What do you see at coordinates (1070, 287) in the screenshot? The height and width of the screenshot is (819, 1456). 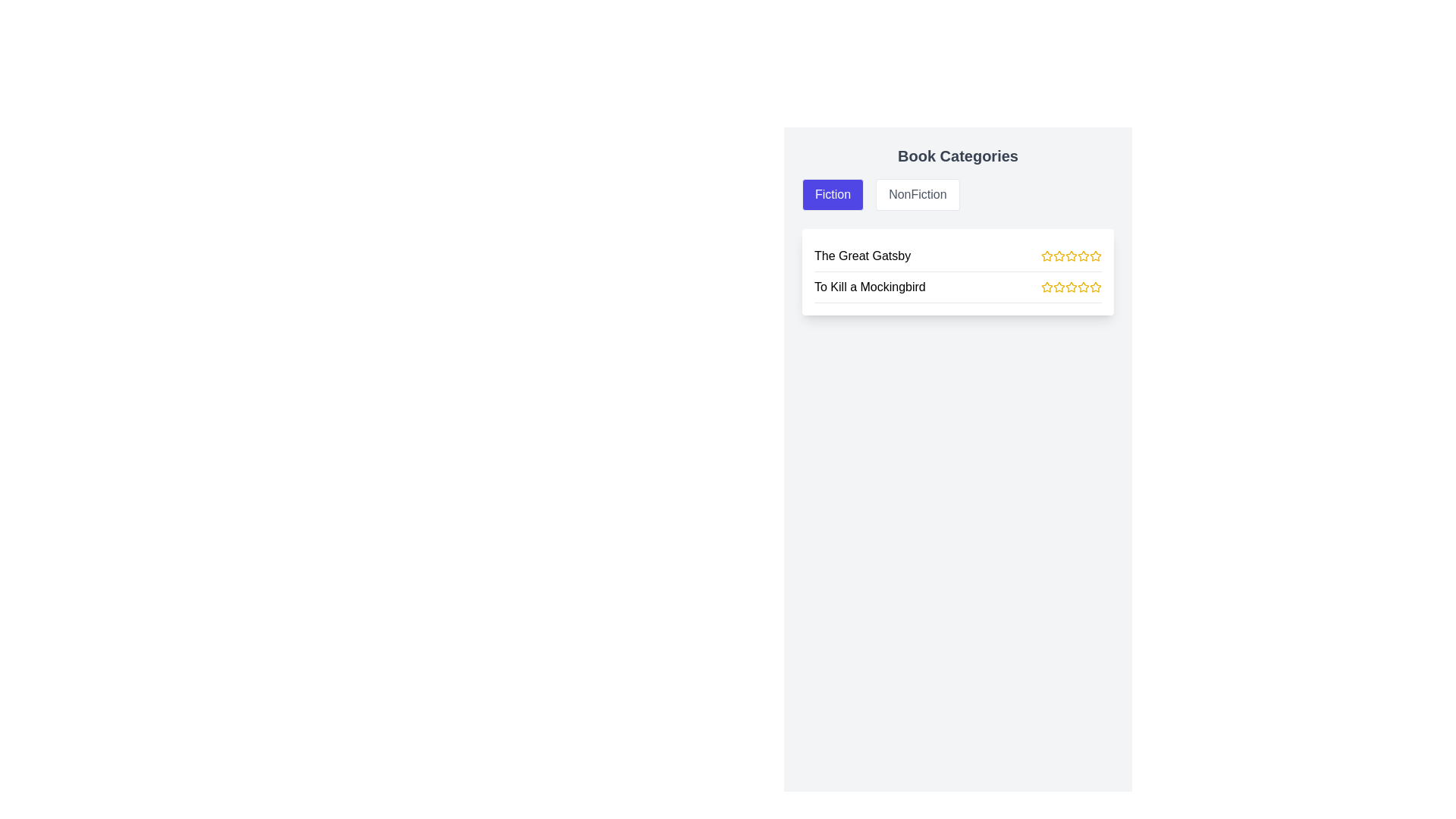 I see `the third yellow star in the rating system of the 'To Kill a Mockingbird' entry` at bounding box center [1070, 287].